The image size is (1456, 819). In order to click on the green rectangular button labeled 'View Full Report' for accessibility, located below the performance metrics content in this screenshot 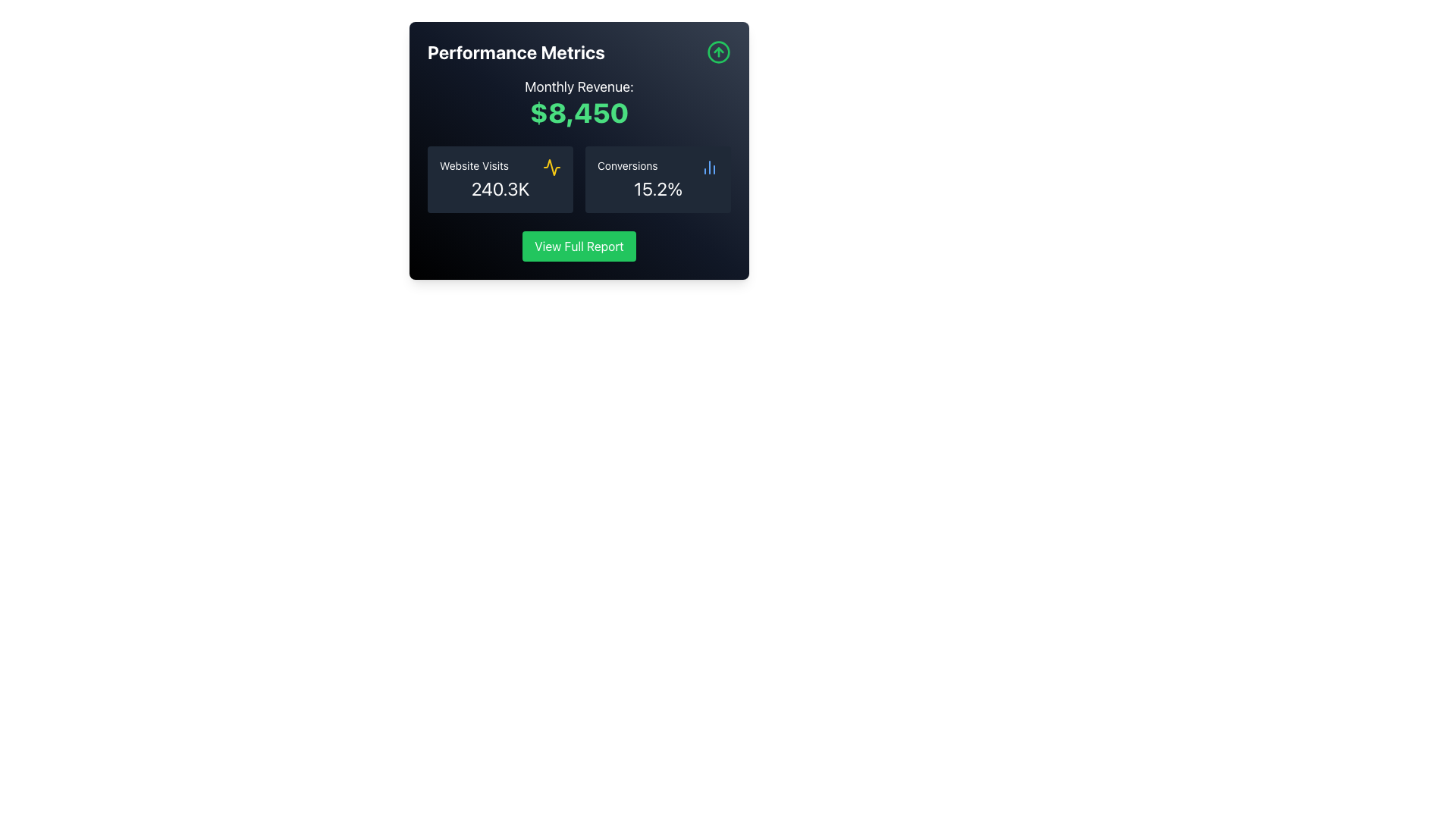, I will do `click(578, 245)`.